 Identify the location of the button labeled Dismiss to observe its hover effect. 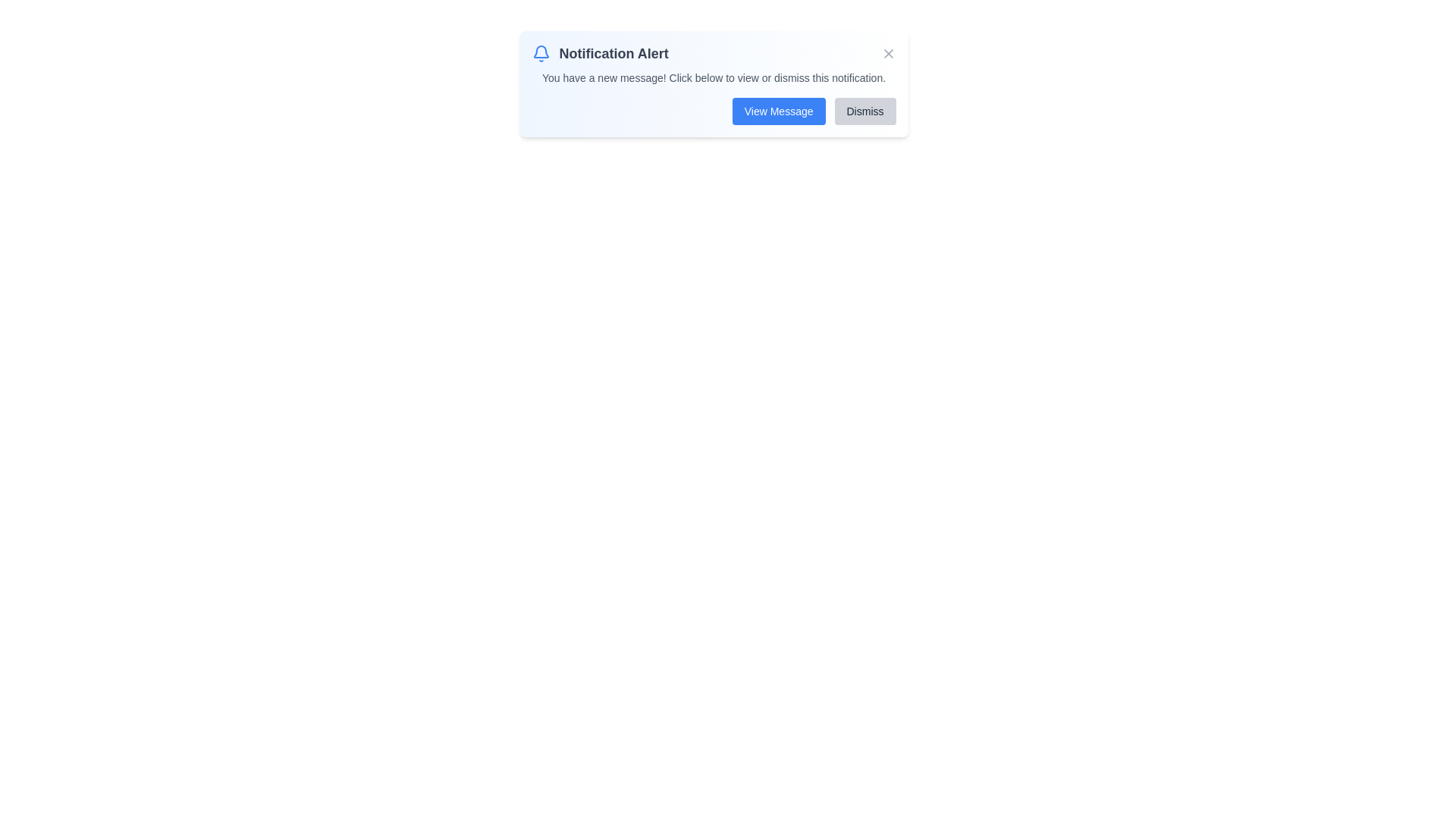
(865, 110).